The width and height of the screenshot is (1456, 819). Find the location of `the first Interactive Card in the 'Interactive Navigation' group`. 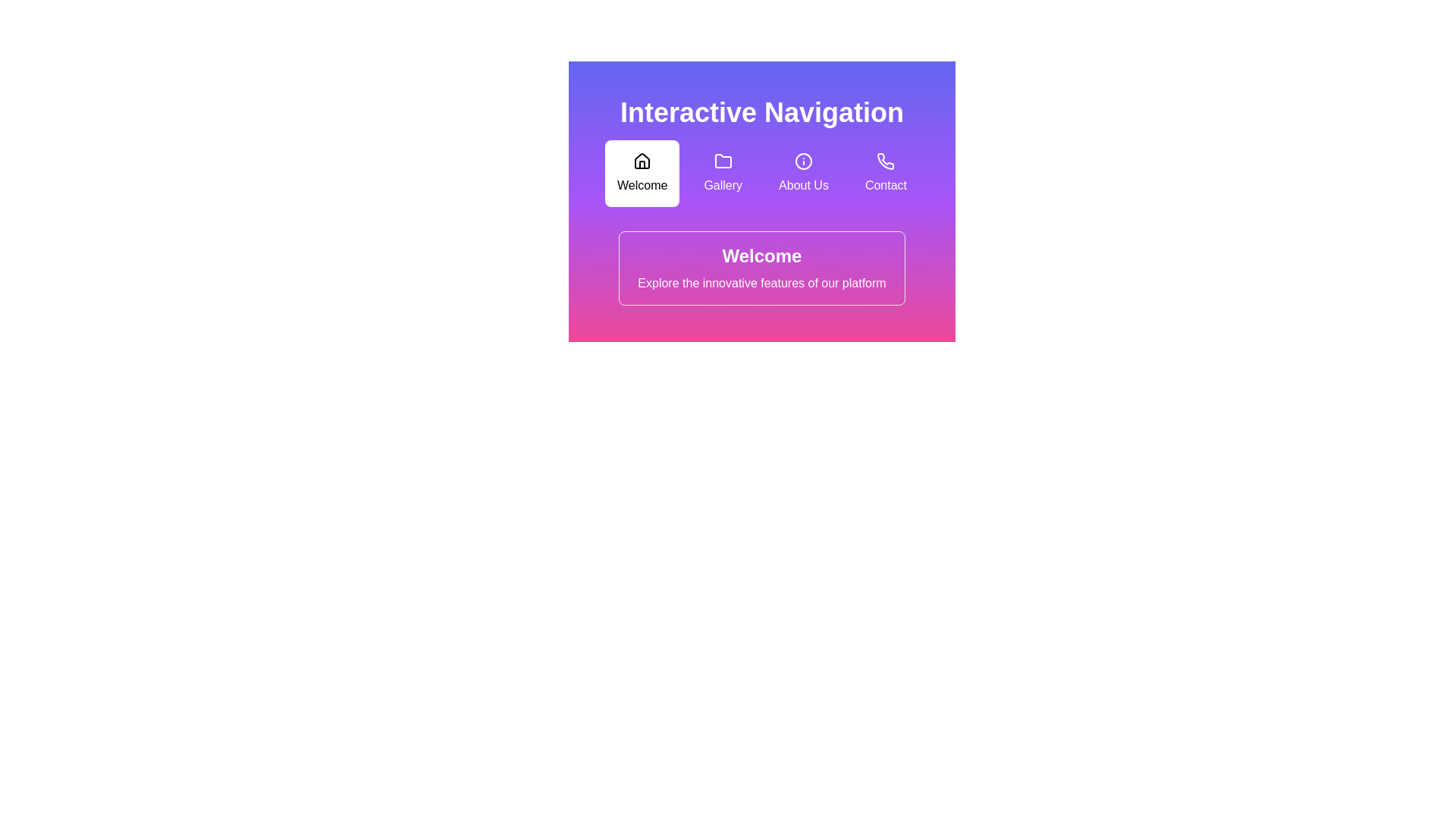

the first Interactive Card in the 'Interactive Navigation' group is located at coordinates (642, 172).